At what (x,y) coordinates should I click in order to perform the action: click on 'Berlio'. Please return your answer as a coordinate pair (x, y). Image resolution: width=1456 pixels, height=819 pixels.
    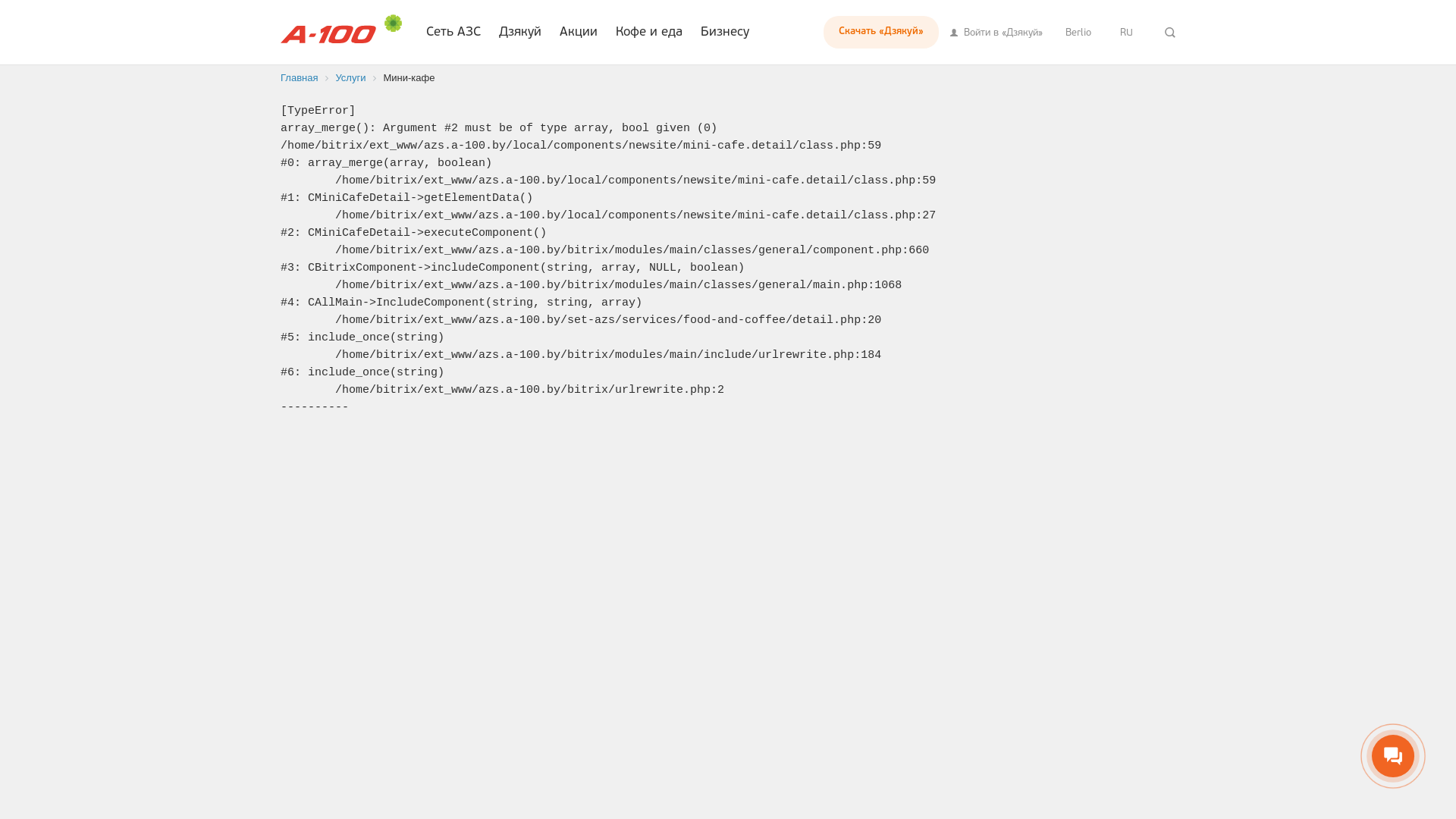
    Looking at the image, I should click on (1077, 32).